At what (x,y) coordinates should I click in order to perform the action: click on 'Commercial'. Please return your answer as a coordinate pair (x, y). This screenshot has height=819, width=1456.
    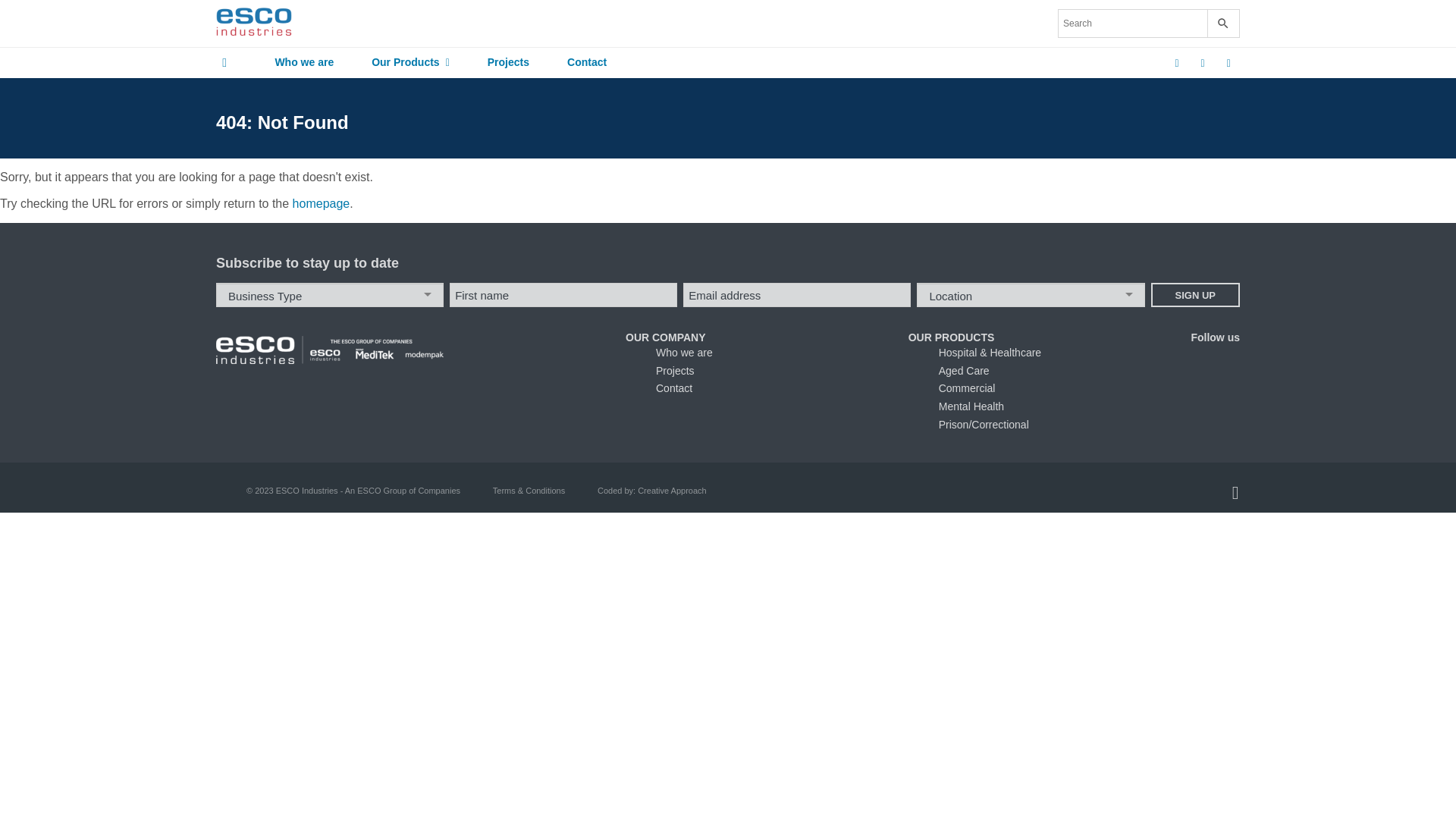
    Looking at the image, I should click on (938, 388).